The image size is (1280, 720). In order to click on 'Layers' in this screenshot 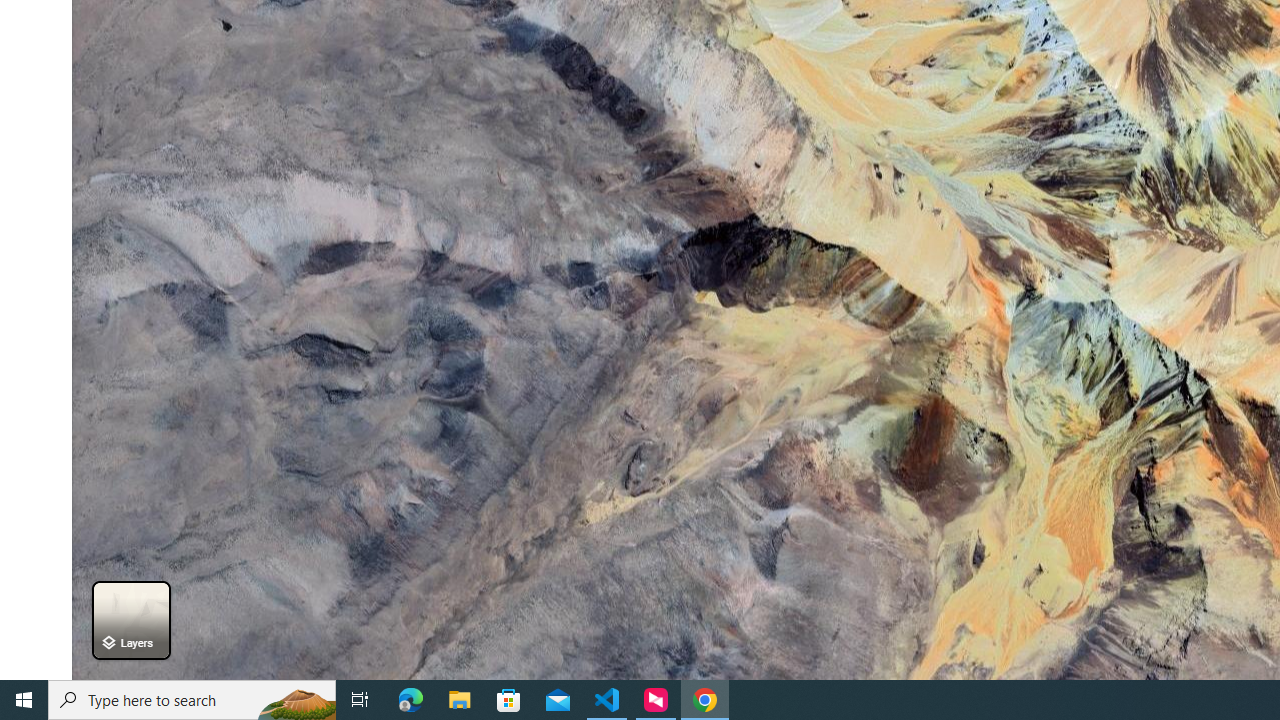, I will do `click(130, 619)`.